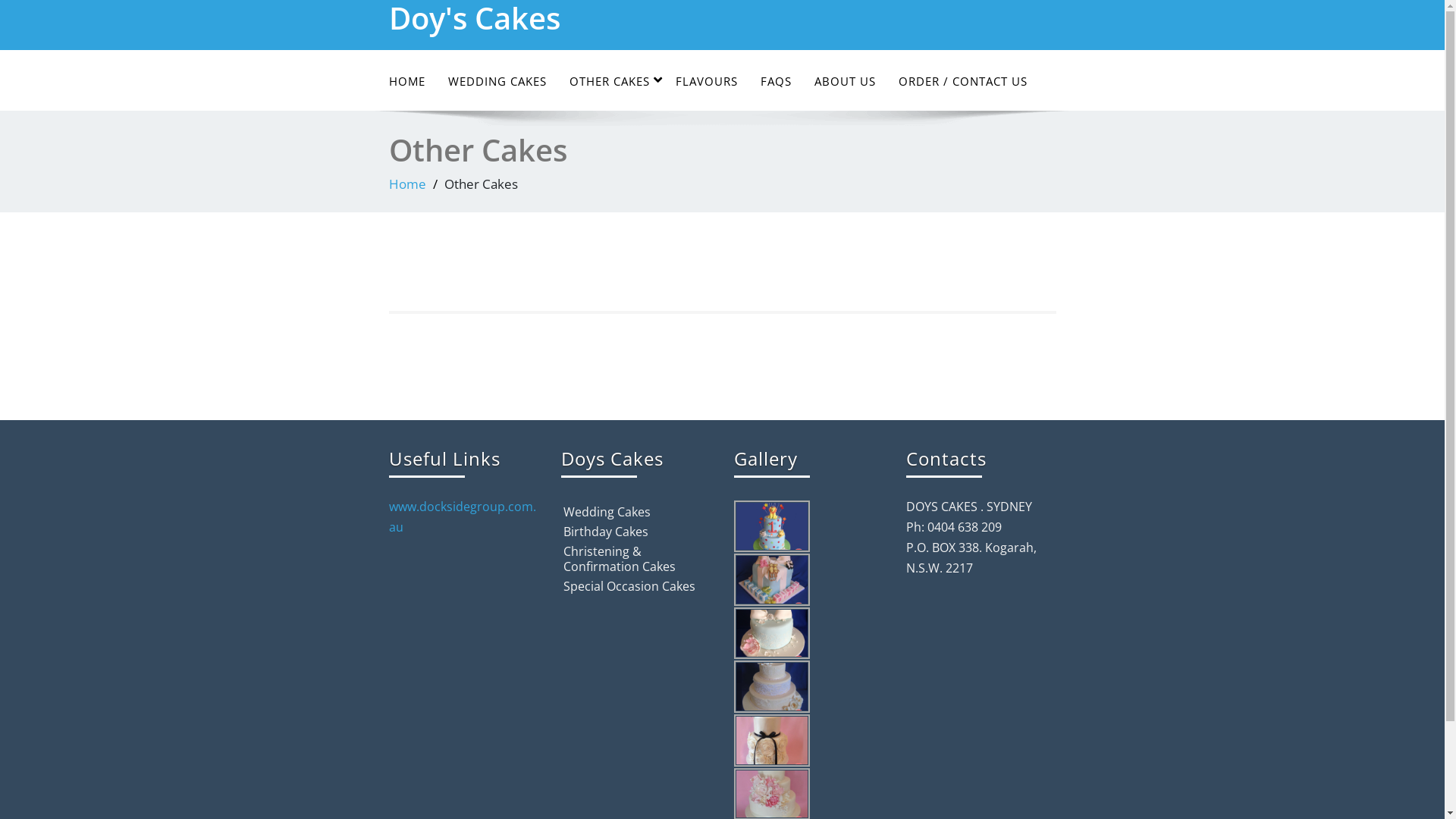 This screenshot has width=1456, height=819. Describe the element at coordinates (749, 81) in the screenshot. I see `'FAQS'` at that location.